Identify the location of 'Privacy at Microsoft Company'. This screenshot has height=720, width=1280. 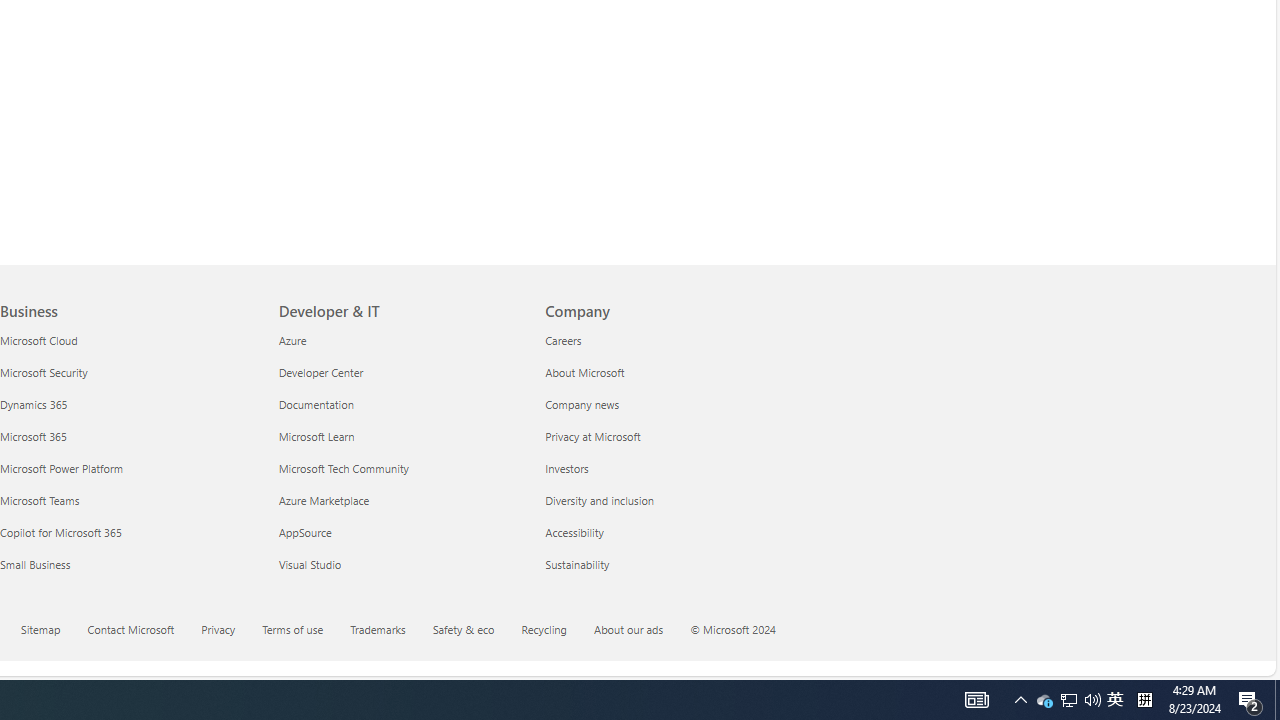
(592, 434).